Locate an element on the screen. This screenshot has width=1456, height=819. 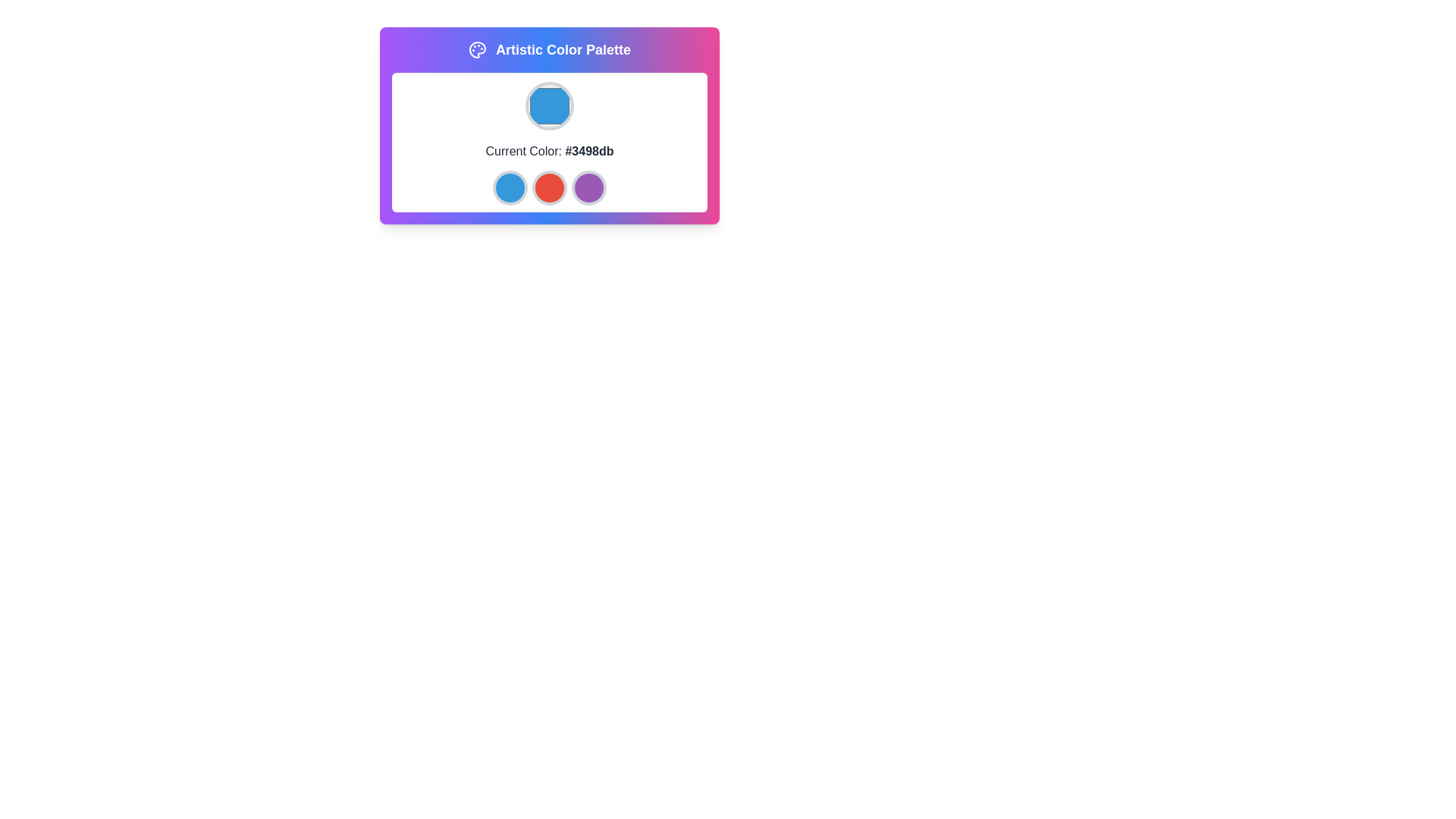
the text label displaying 'Artistic Color Palette', which is styled in bold white font against a gradient background transitioning from purple to pink is located at coordinates (563, 49).